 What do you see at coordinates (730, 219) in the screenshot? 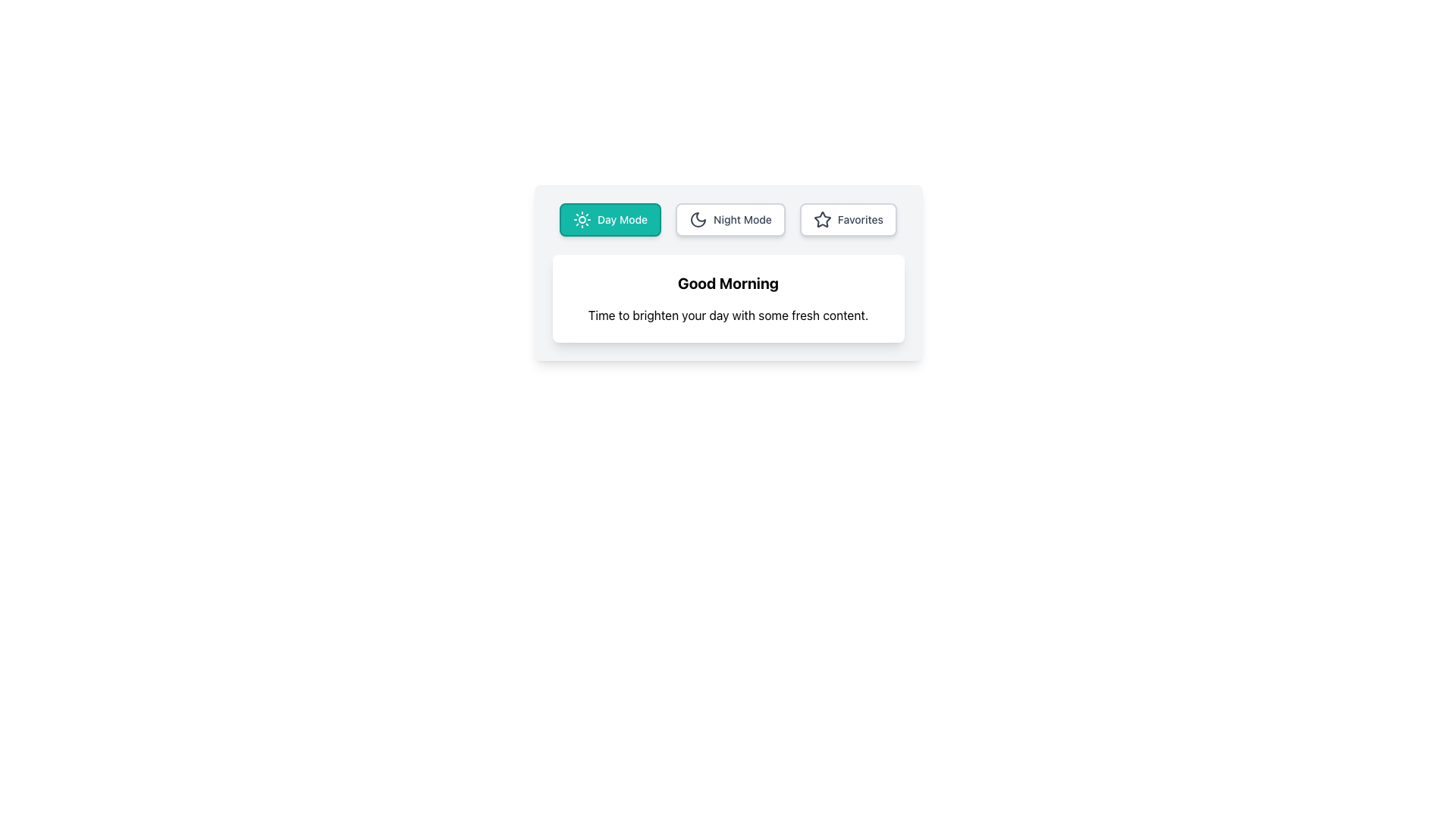
I see `the 'Night Mode' button, which is a rectangular button with a white background, rounded corners, gray text, and a moon-shaped icon, to observe the hover effect` at bounding box center [730, 219].